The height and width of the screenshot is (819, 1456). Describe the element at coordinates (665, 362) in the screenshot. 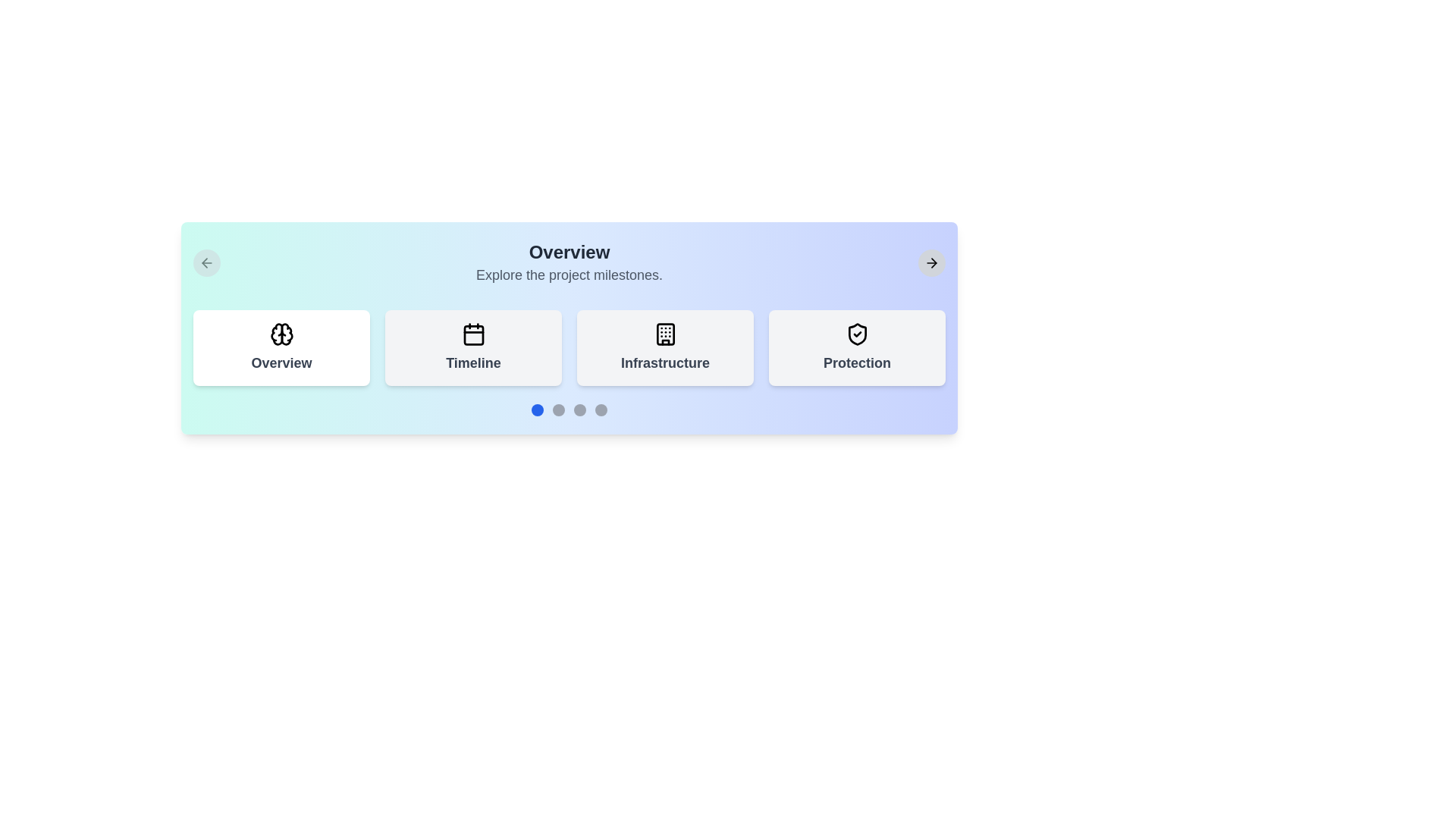

I see `the 'Infrastructure' text label, which serves as the title for the corresponding card in the UI, located centrally within the third card from the left in a grid layout` at that location.